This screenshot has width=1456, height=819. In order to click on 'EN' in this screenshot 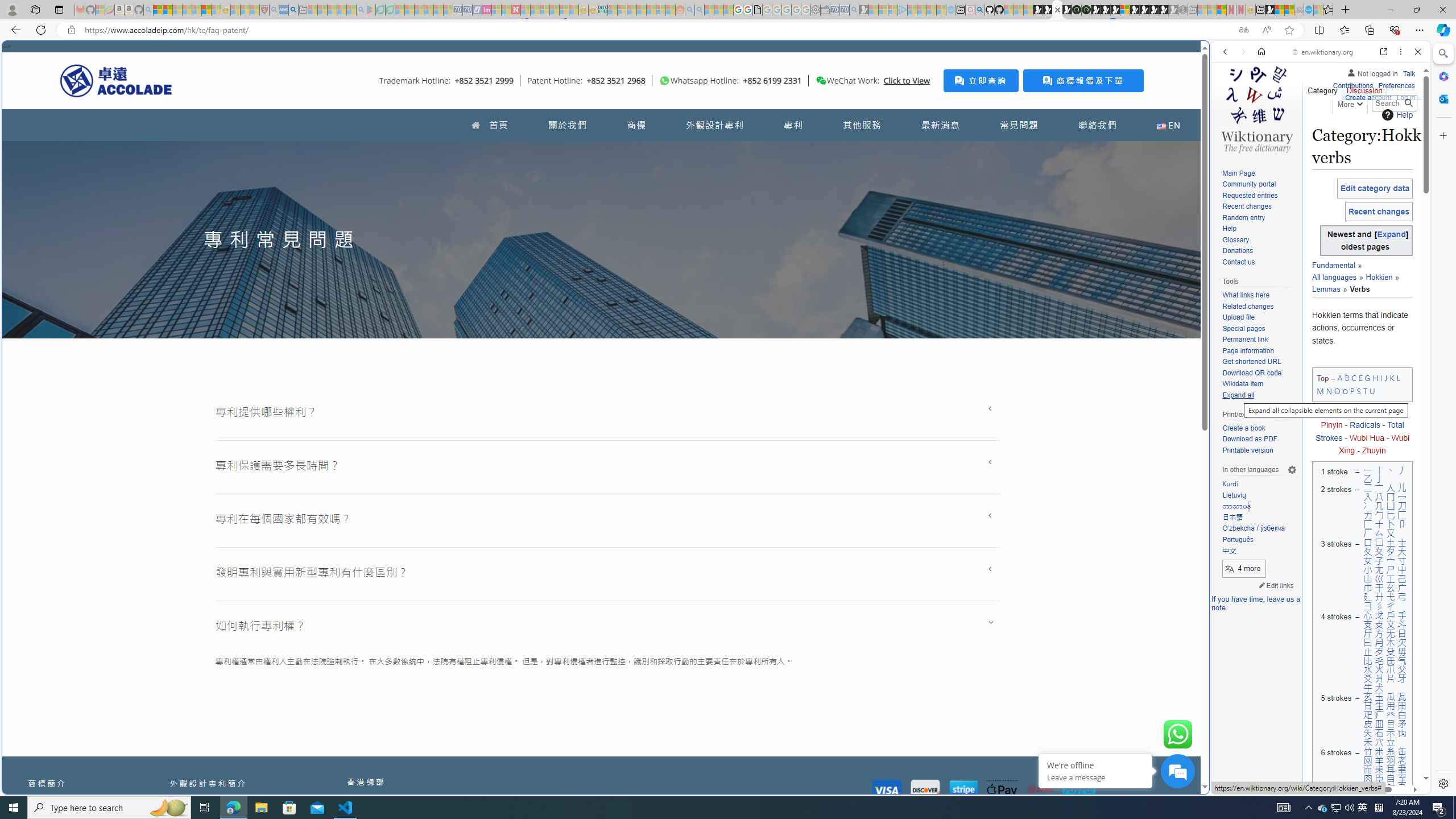, I will do `click(1168, 125)`.